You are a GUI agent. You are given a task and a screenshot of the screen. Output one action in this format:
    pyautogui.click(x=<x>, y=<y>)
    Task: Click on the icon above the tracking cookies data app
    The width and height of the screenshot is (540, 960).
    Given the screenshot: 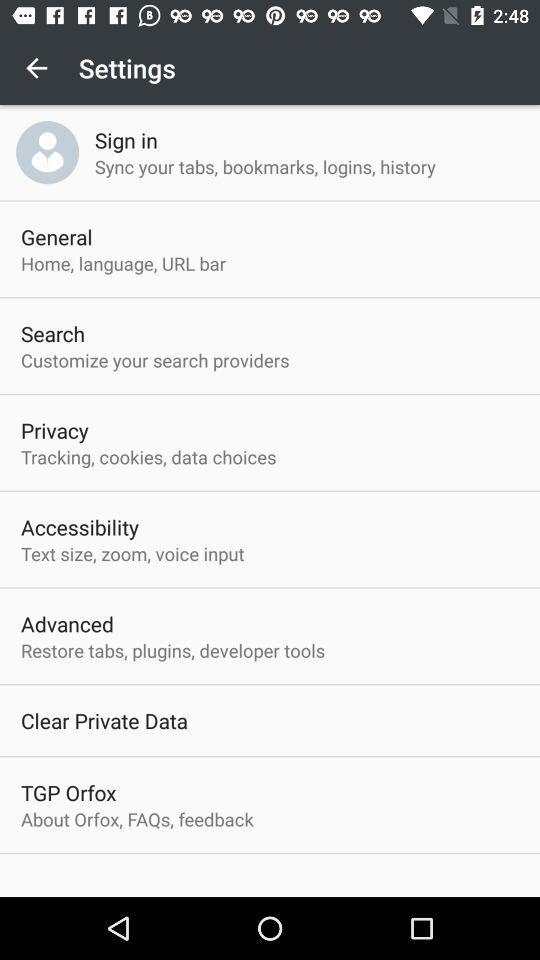 What is the action you would take?
    pyautogui.click(x=54, y=430)
    